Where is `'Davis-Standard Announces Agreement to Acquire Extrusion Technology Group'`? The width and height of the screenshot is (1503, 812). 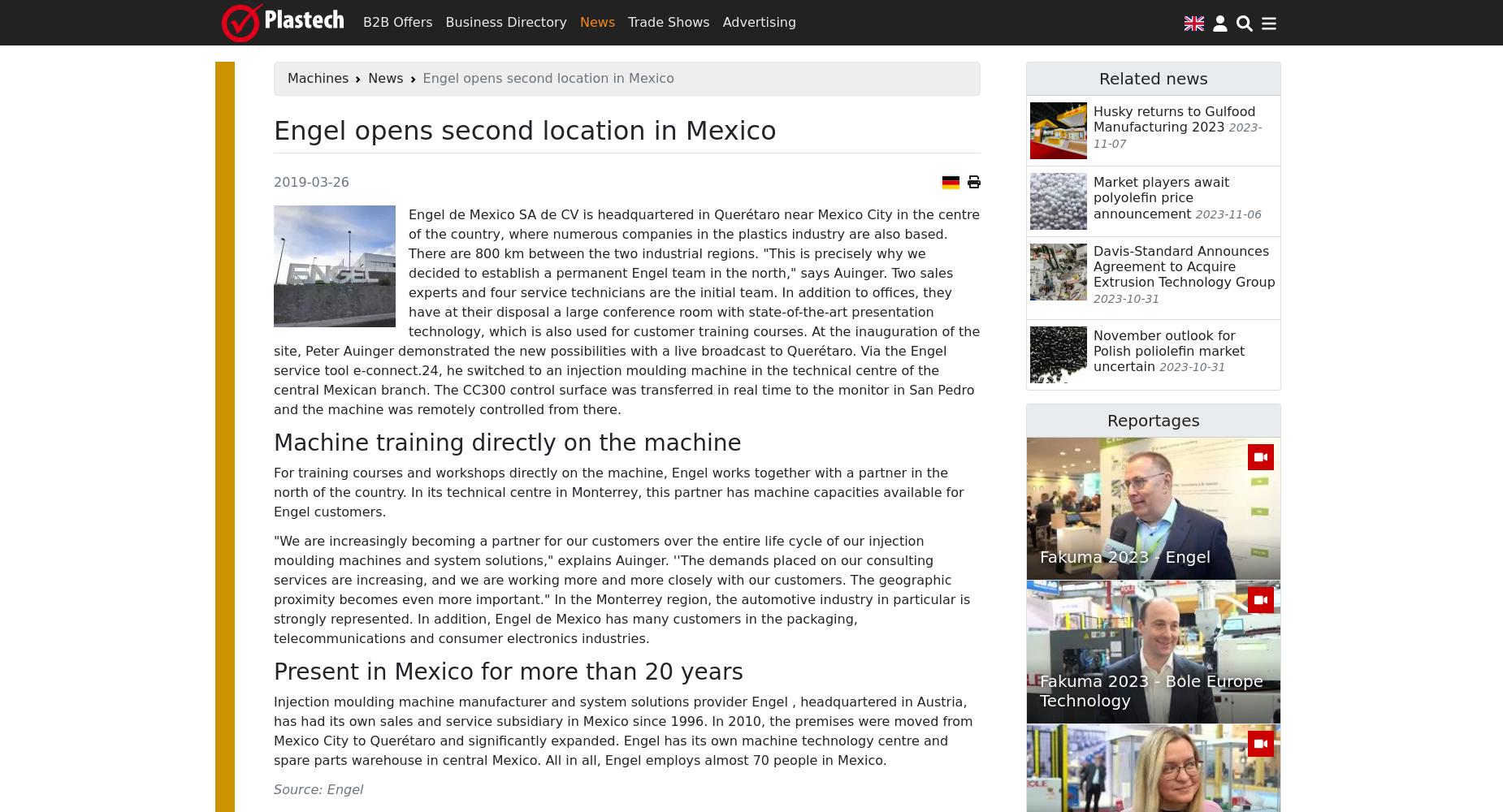 'Davis-Standard Announces Agreement to Acquire Extrusion Technology Group' is located at coordinates (1093, 266).